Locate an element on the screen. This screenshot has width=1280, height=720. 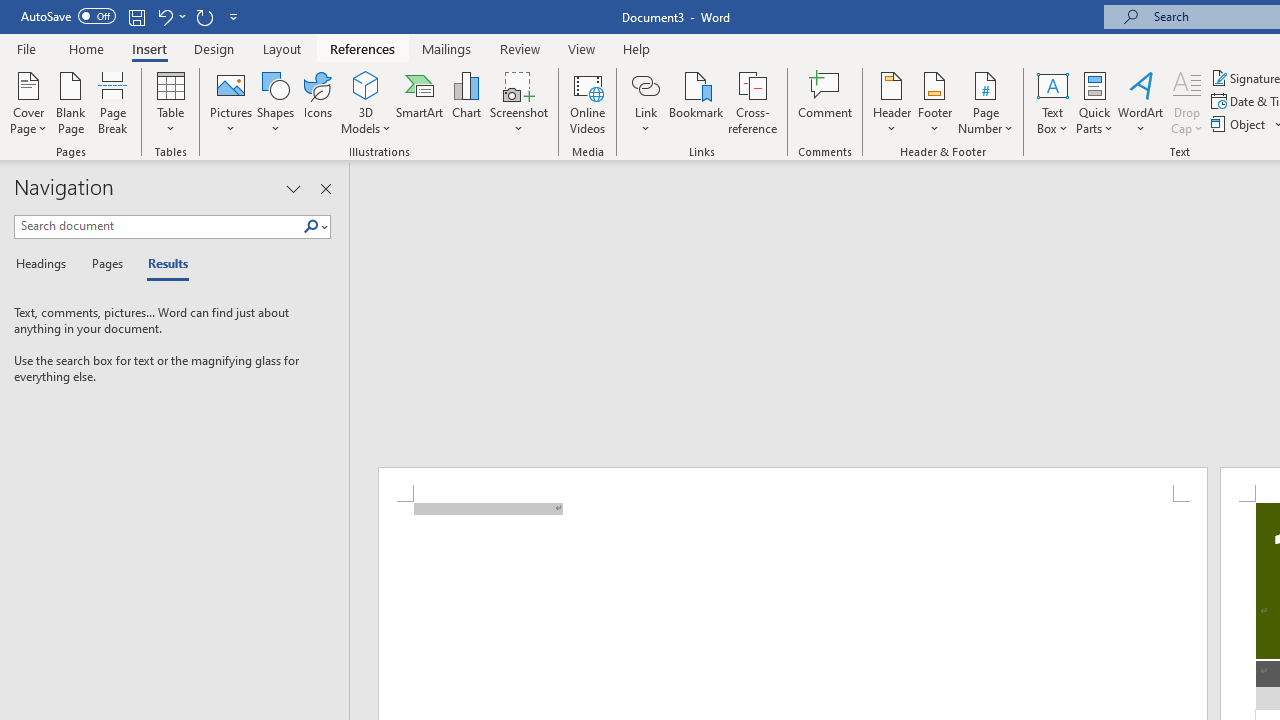
'WordArt' is located at coordinates (1141, 103).